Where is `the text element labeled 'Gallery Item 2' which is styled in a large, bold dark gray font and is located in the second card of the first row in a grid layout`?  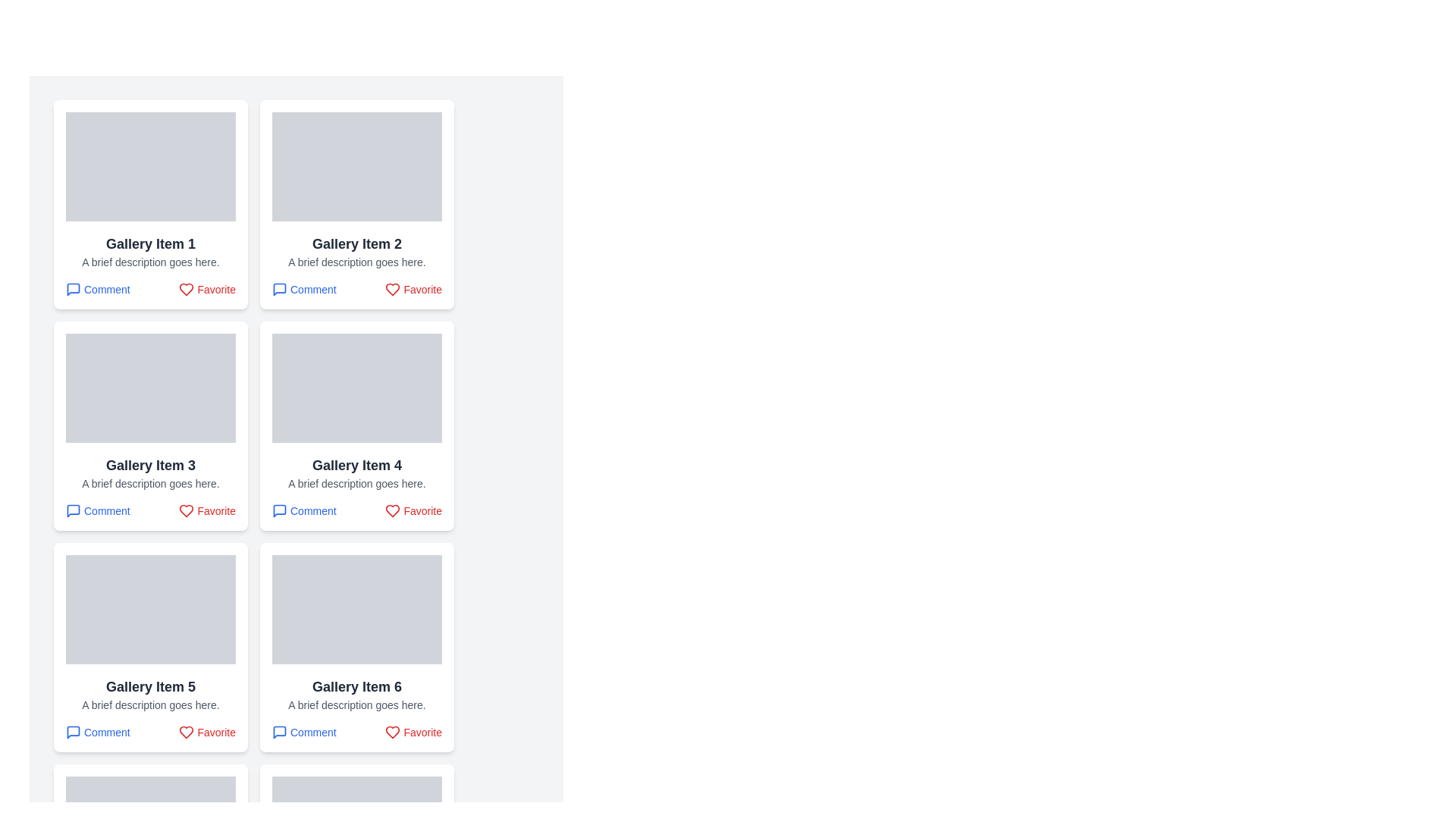
the text element labeled 'Gallery Item 2' which is styled in a large, bold dark gray font and is located in the second card of the first row in a grid layout is located at coordinates (356, 243).